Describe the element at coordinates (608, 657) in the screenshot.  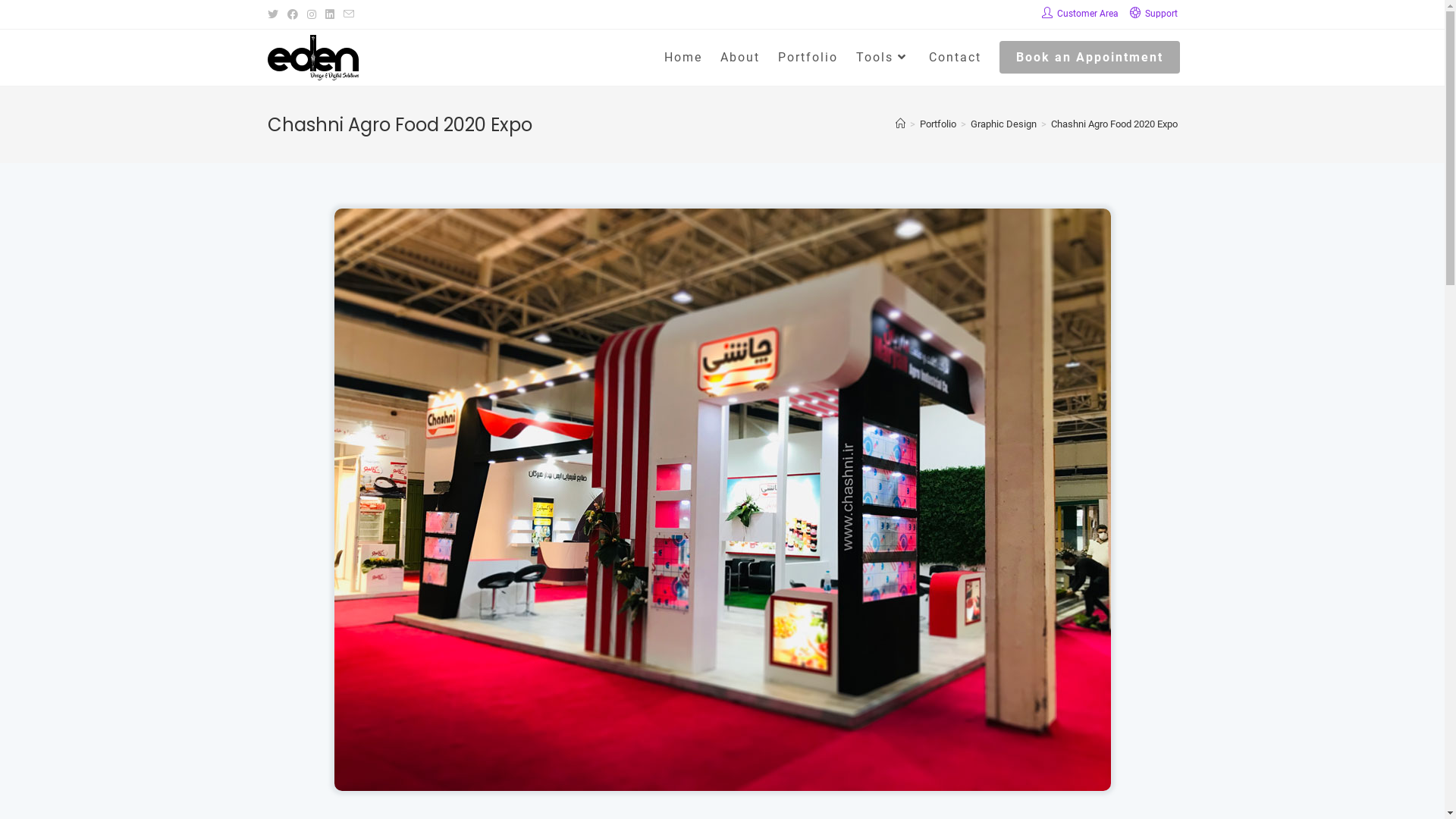
I see `'Billboard Design'` at that location.